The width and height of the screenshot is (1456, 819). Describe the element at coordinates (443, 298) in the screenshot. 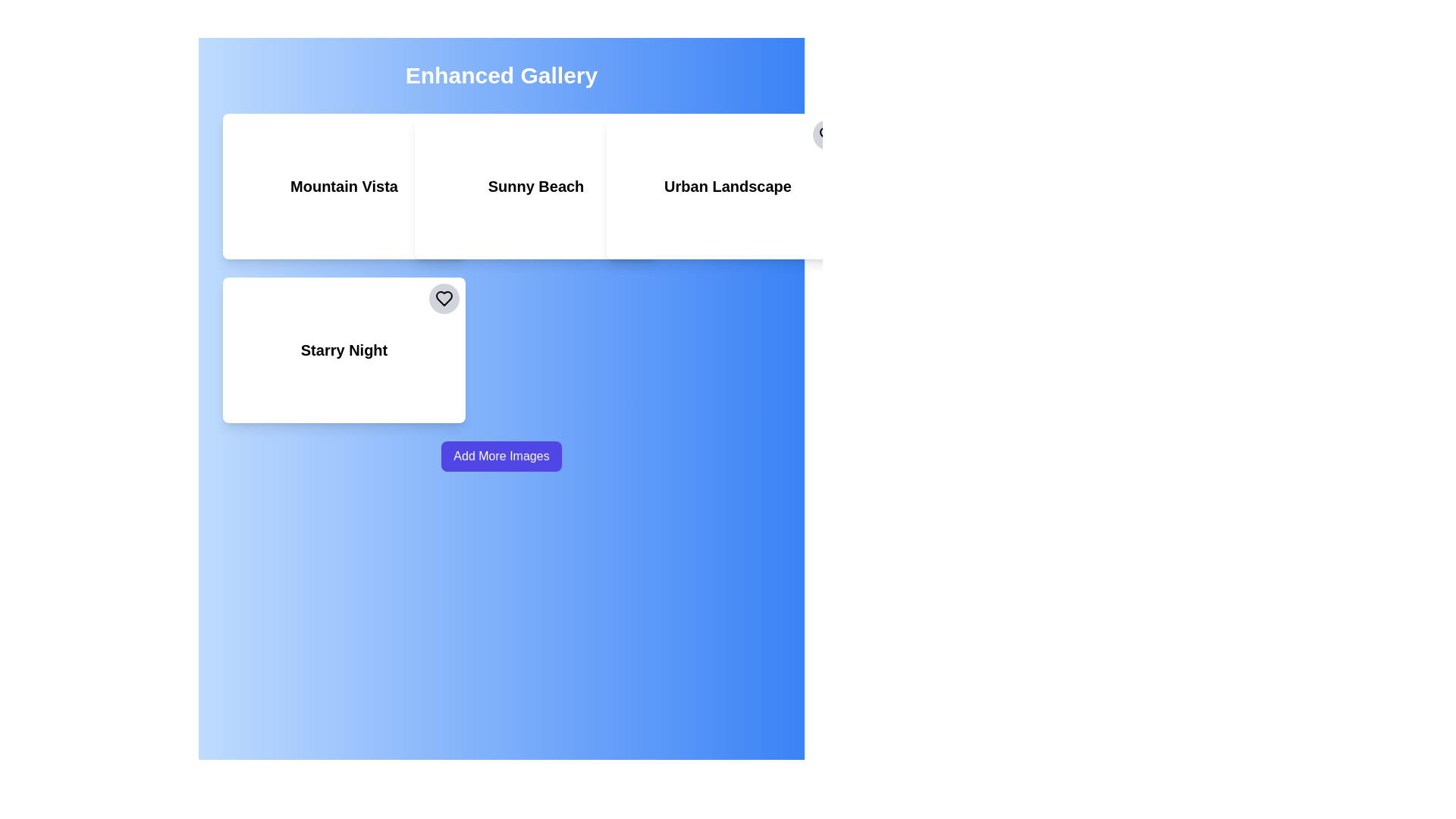

I see `the circular button with a gray background and a heart icon, located in the top-right corner of the 'Starry Night' card` at that location.